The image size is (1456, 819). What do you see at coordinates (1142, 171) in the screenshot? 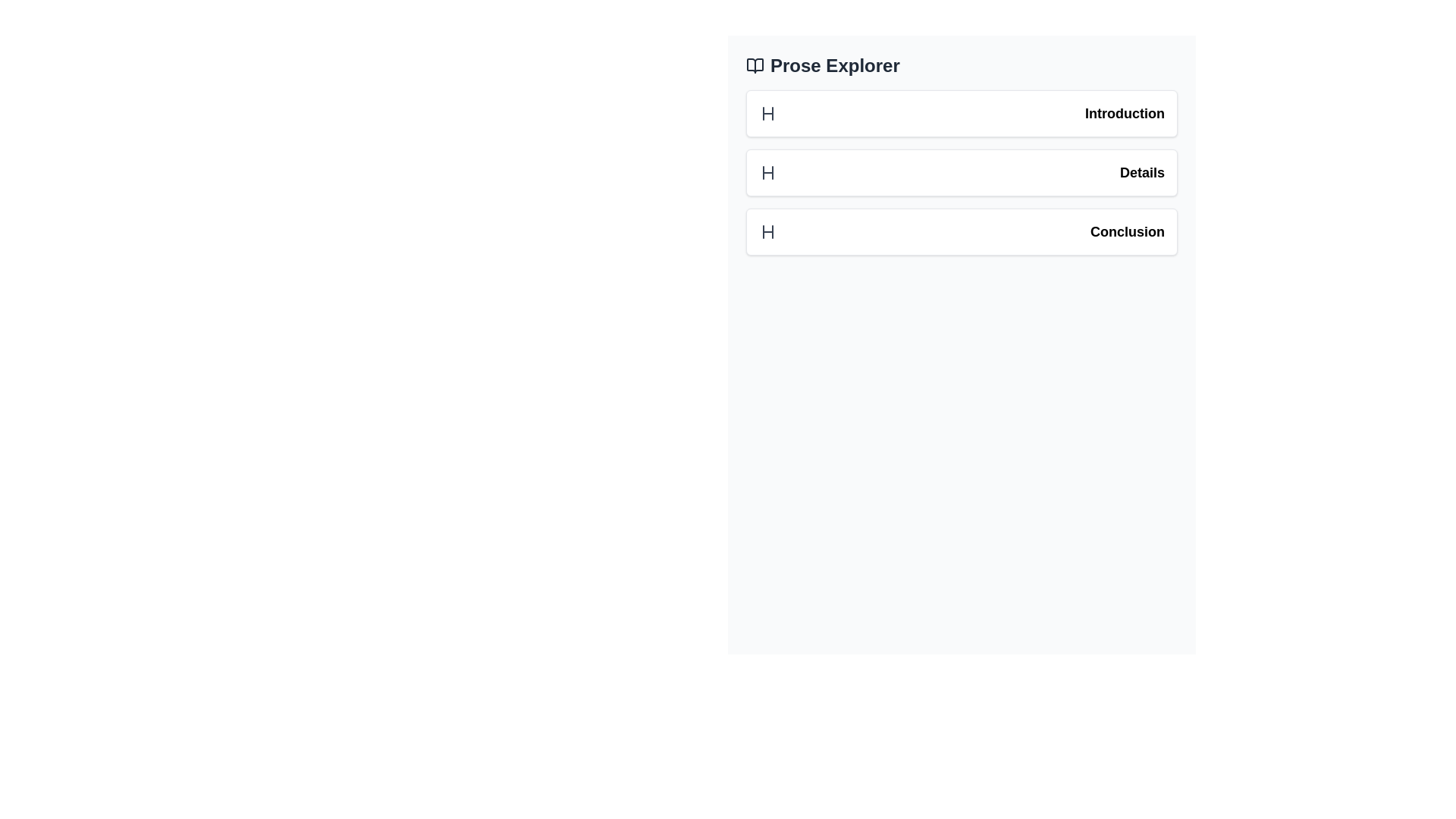
I see `the 'Details' text label, which is styled in bold and larger font, located on the right-side end of a horizontal bar adjacent to an identifiable icon` at bounding box center [1142, 171].